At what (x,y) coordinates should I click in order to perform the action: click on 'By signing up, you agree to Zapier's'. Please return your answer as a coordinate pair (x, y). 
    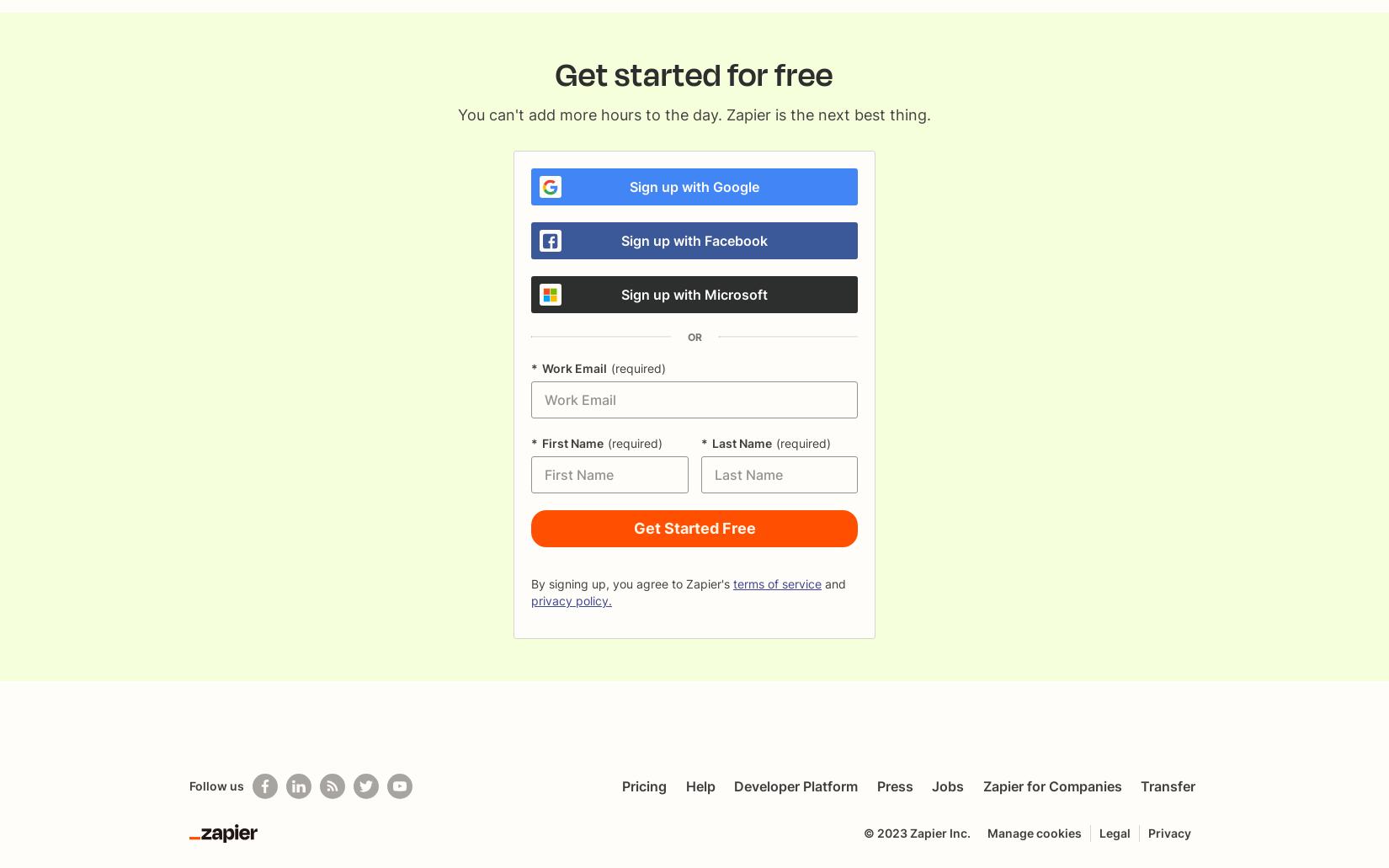
    Looking at the image, I should click on (629, 583).